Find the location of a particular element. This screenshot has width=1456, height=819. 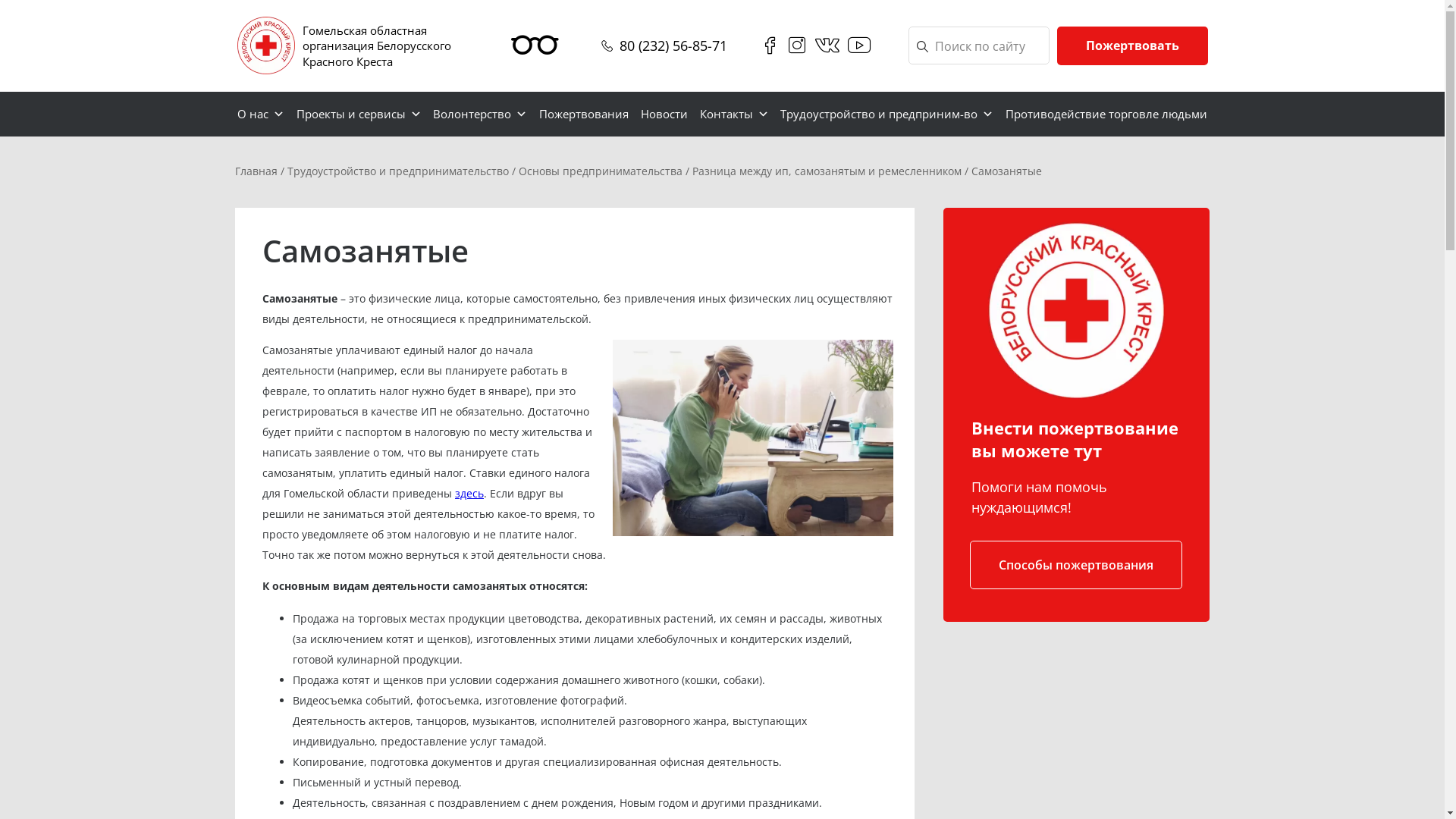

'80 (232) 56-85-71' is located at coordinates (672, 45).